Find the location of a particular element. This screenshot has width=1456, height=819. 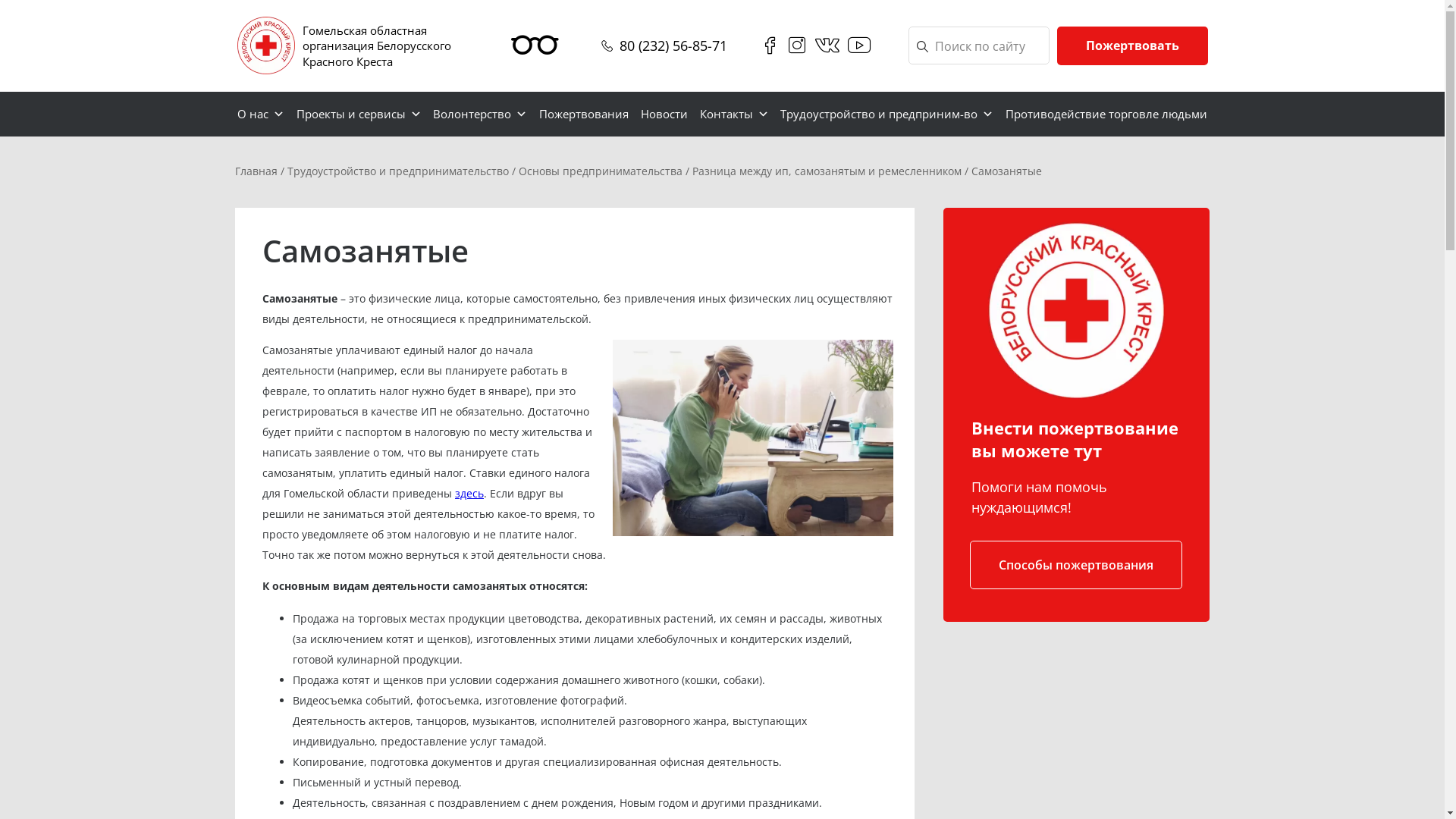

'80 (232) 56-85-71' is located at coordinates (672, 45).